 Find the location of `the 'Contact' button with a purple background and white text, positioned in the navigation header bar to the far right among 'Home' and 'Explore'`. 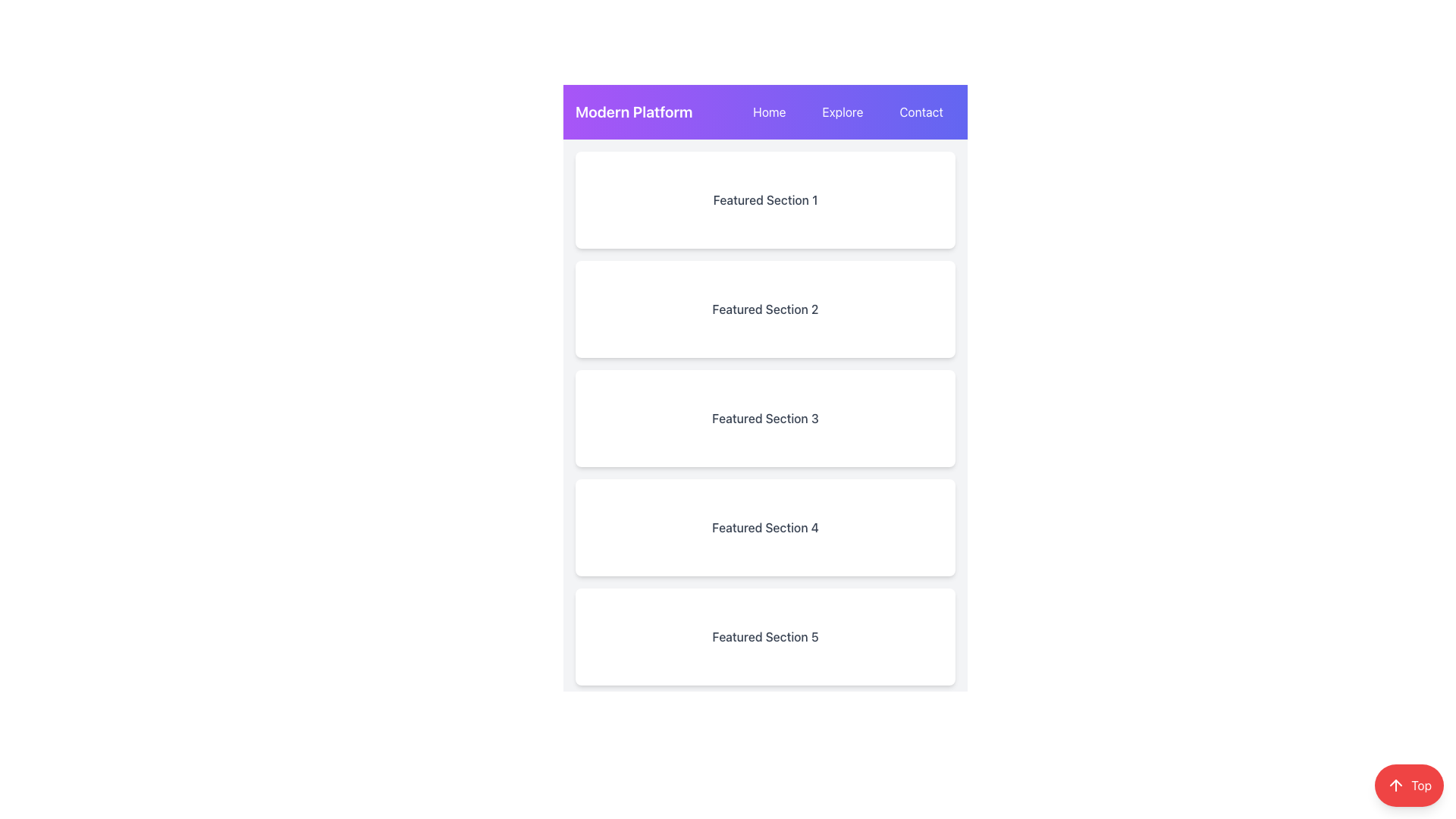

the 'Contact' button with a purple background and white text, positioned in the navigation header bar to the far right among 'Home' and 'Explore' is located at coordinates (921, 111).